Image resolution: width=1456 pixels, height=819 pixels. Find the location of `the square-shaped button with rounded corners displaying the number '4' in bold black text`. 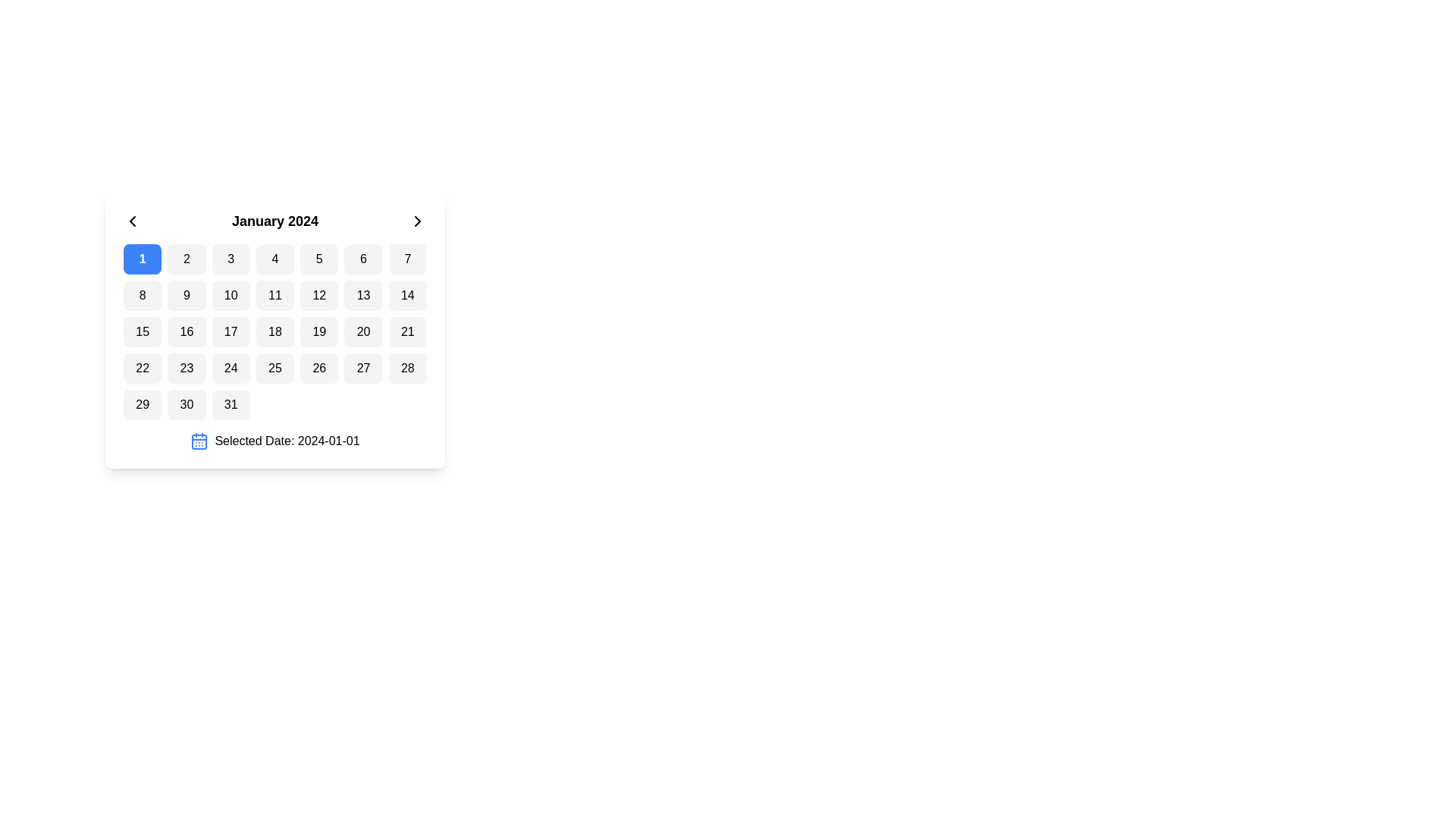

the square-shaped button with rounded corners displaying the number '4' in bold black text is located at coordinates (275, 259).